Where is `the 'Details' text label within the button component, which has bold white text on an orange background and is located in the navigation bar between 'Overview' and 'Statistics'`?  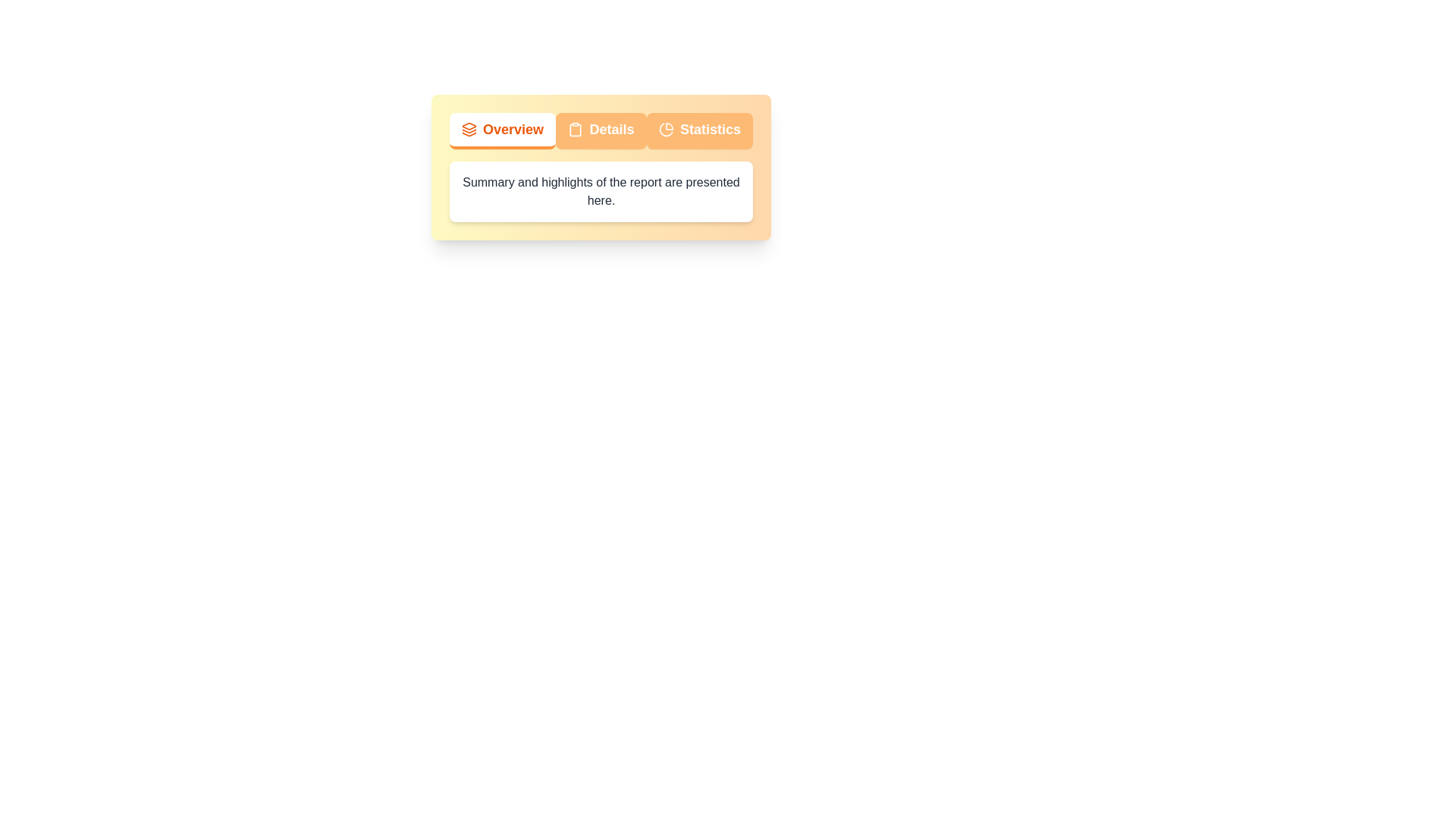
the 'Details' text label within the button component, which has bold white text on an orange background and is located in the navigation bar between 'Overview' and 'Statistics' is located at coordinates (611, 128).